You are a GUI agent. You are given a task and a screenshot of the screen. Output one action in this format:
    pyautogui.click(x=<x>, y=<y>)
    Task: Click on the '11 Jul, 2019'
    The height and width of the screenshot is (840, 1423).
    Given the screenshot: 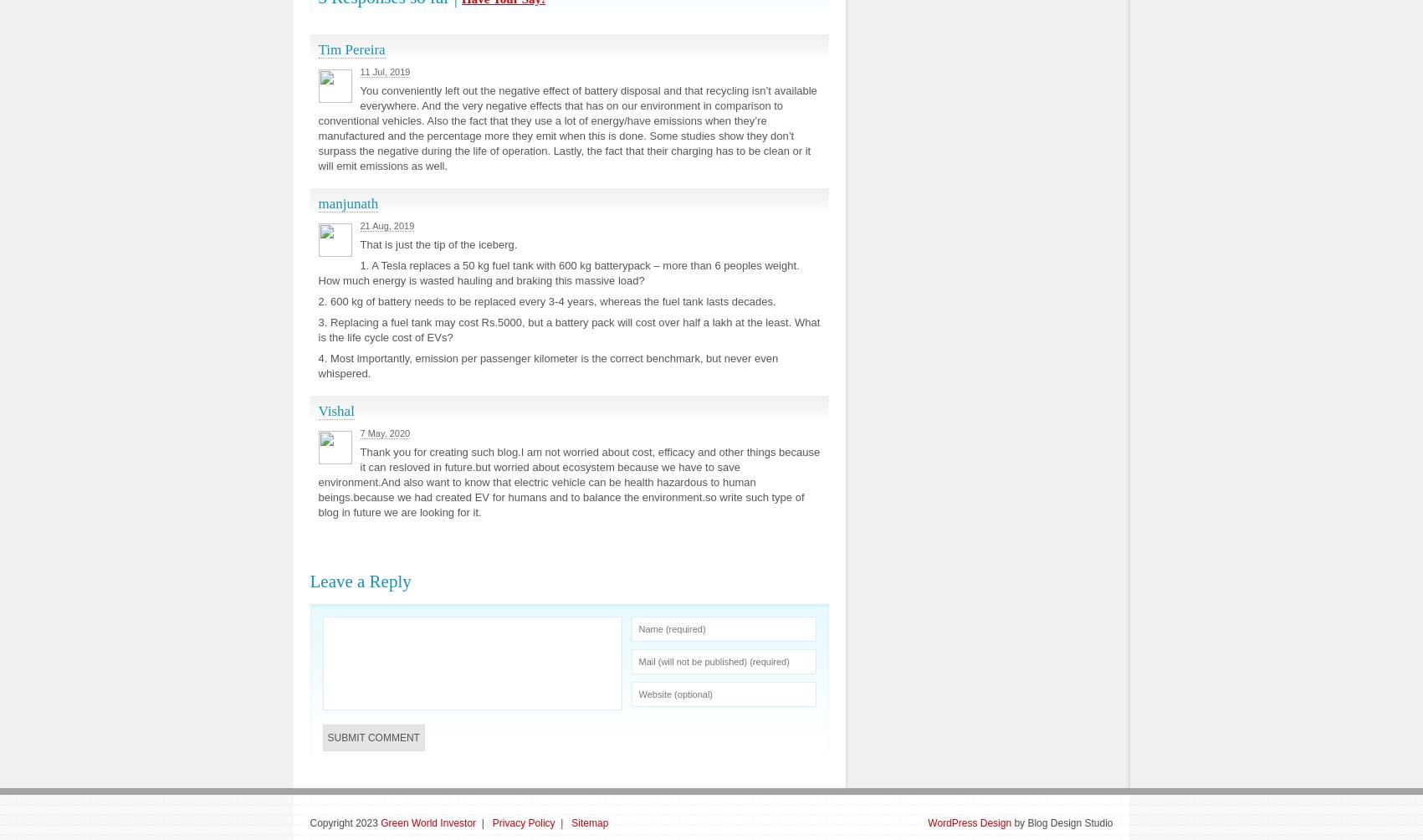 What is the action you would take?
    pyautogui.click(x=359, y=72)
    